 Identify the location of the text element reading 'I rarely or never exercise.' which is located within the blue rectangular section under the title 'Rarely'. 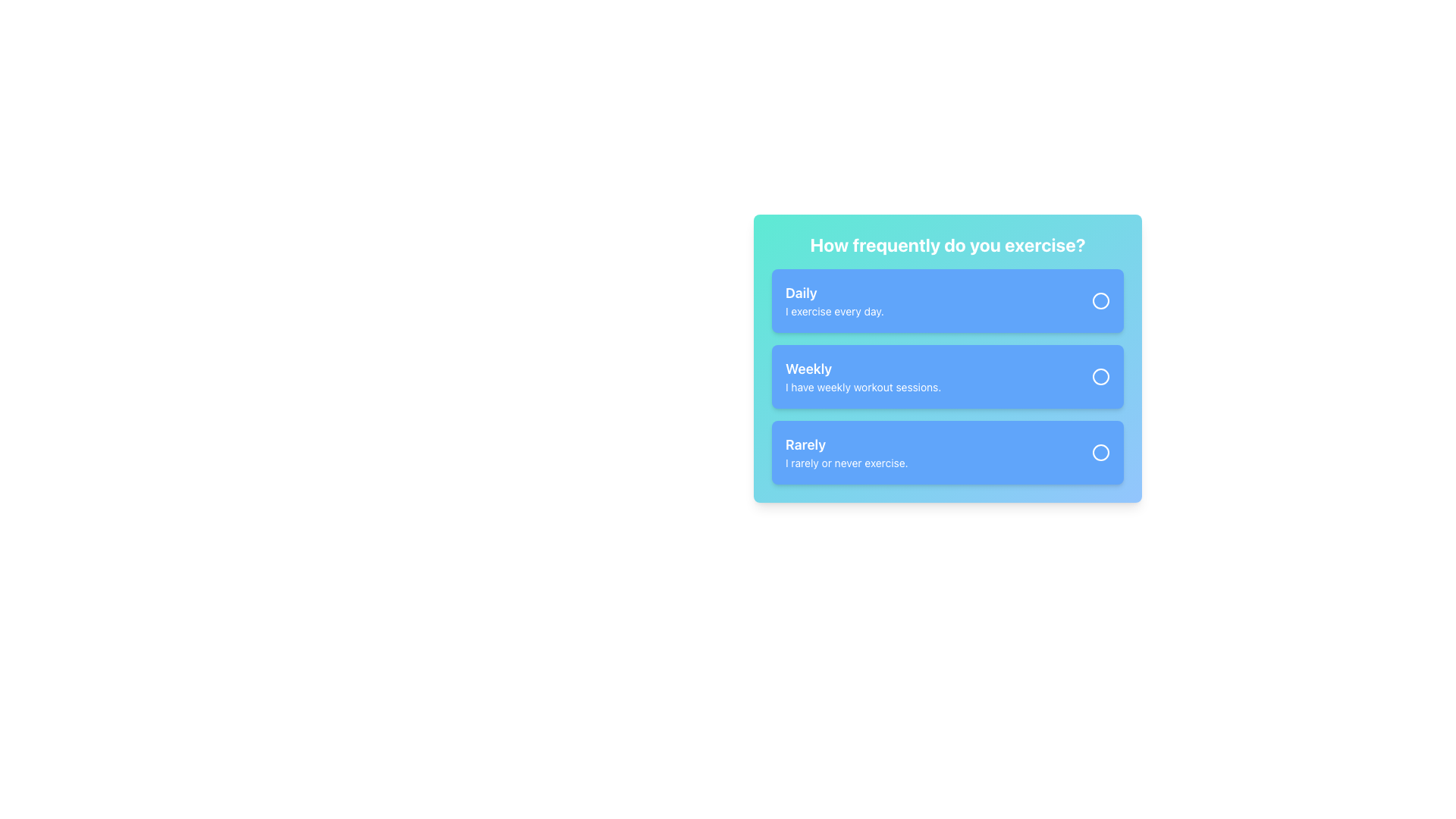
(846, 462).